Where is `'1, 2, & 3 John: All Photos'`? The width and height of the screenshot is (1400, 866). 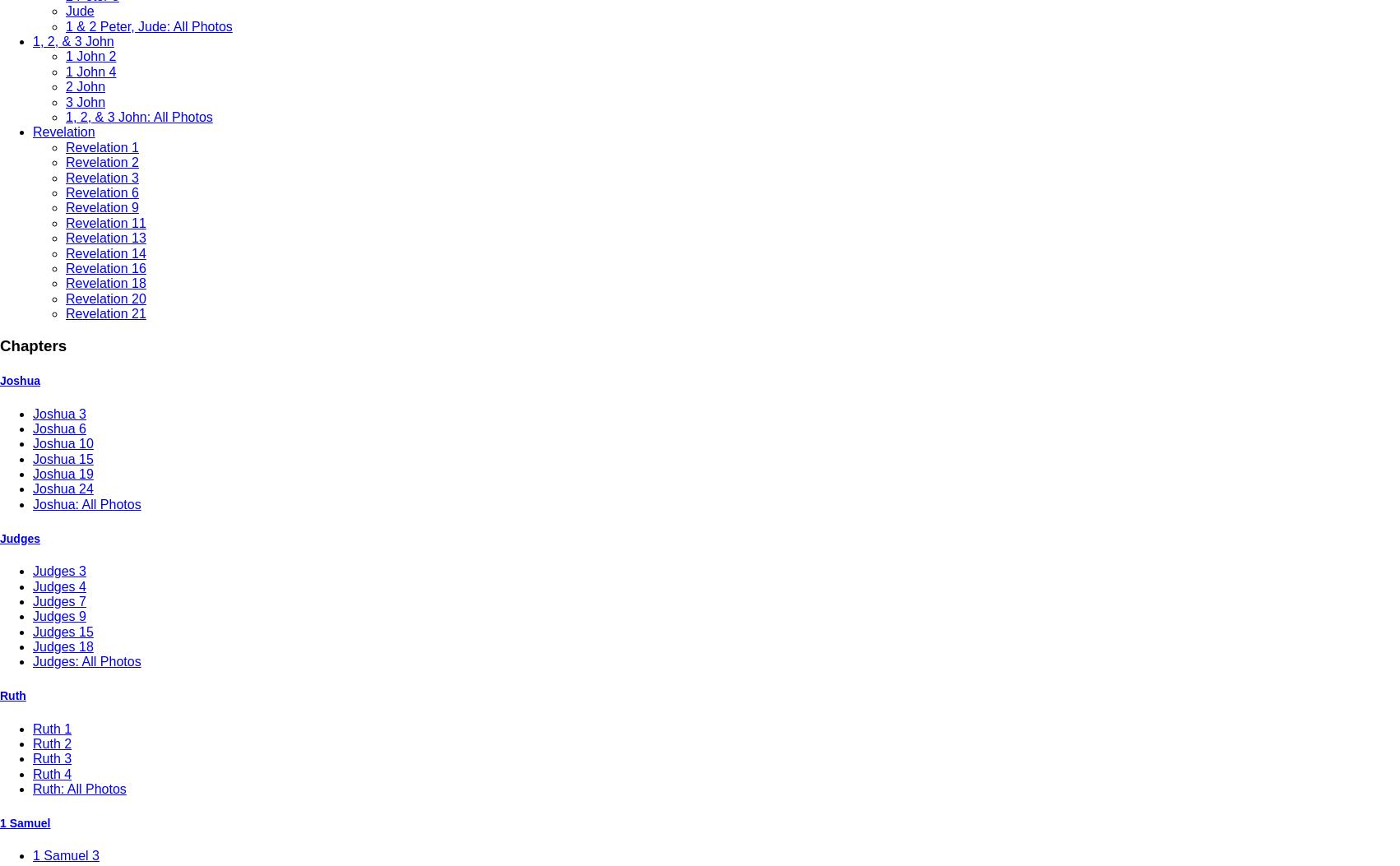
'1, 2, & 3 John: All Photos' is located at coordinates (138, 116).